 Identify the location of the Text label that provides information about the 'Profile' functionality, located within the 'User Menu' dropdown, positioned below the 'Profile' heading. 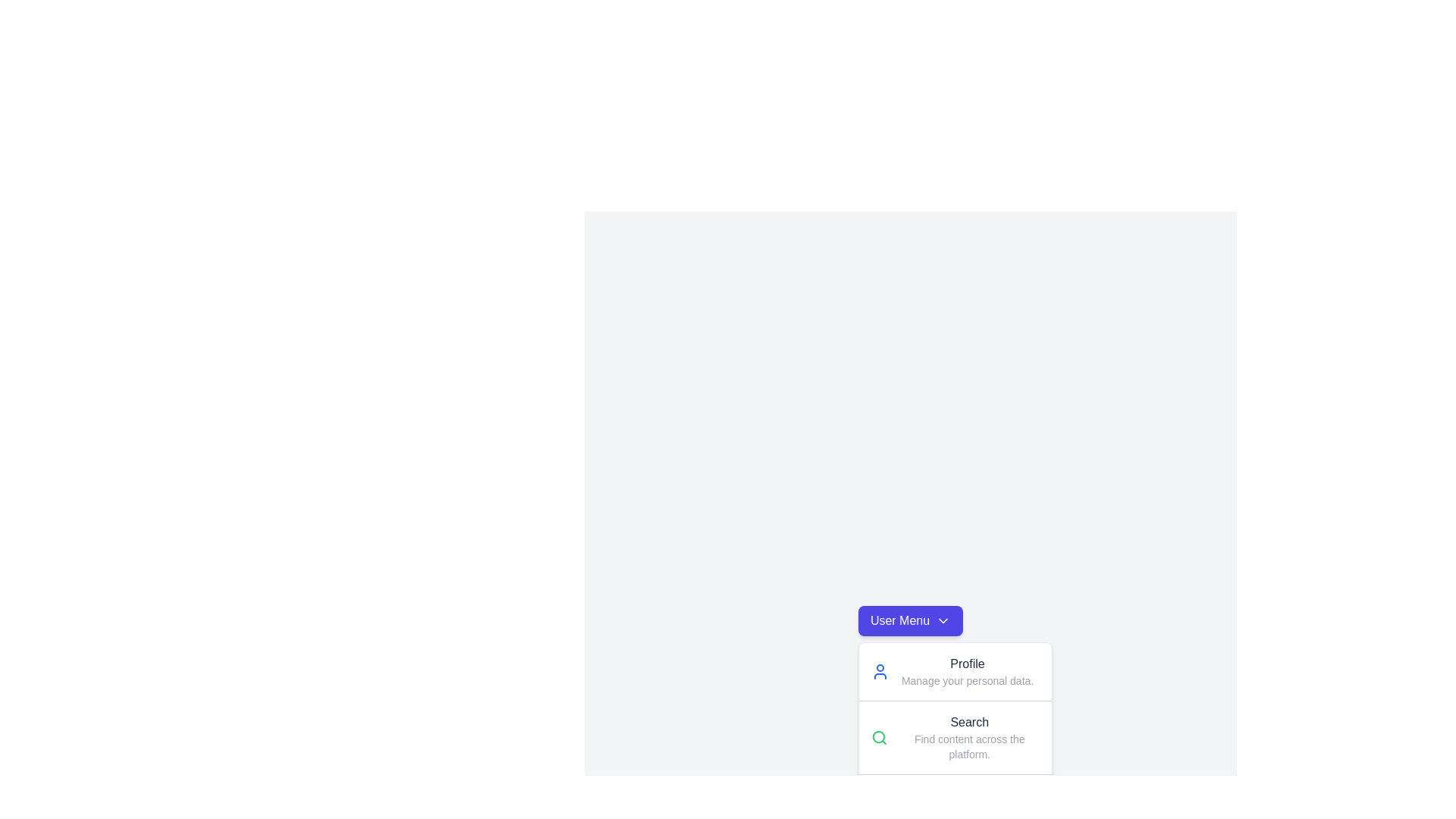
(967, 680).